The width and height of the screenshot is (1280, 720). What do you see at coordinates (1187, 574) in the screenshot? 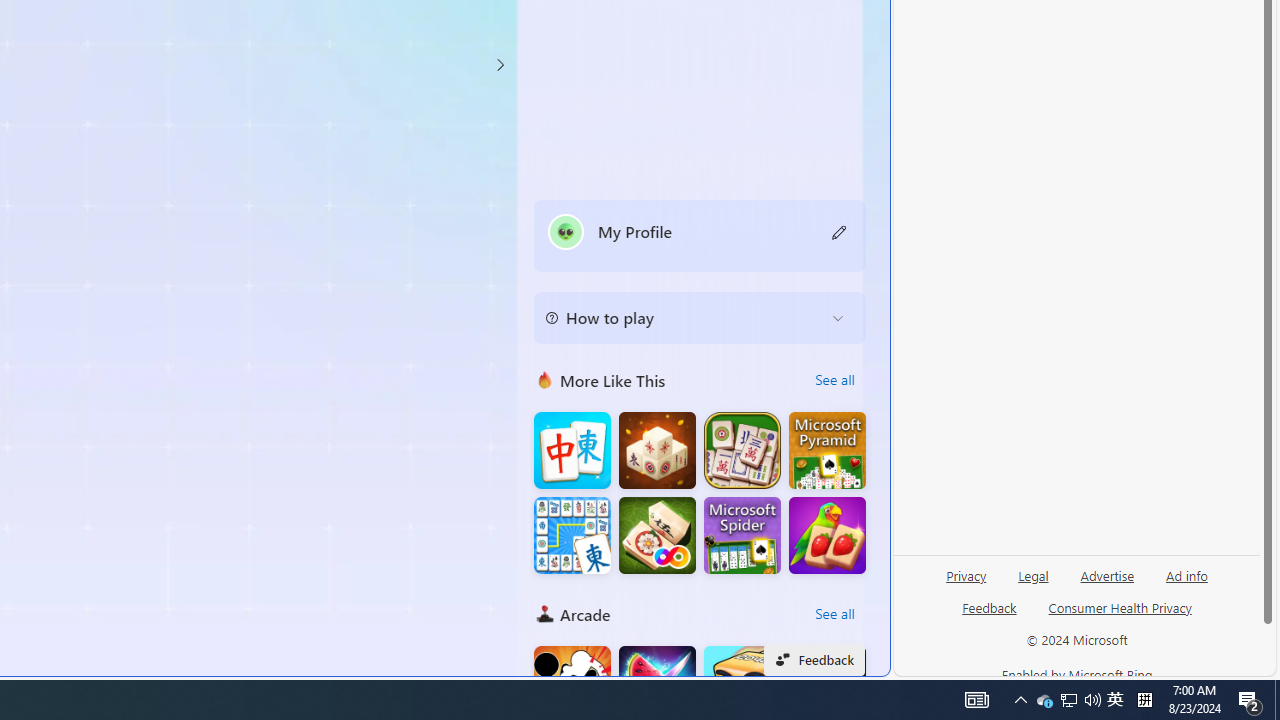
I see `'Ad info'` at bounding box center [1187, 574].